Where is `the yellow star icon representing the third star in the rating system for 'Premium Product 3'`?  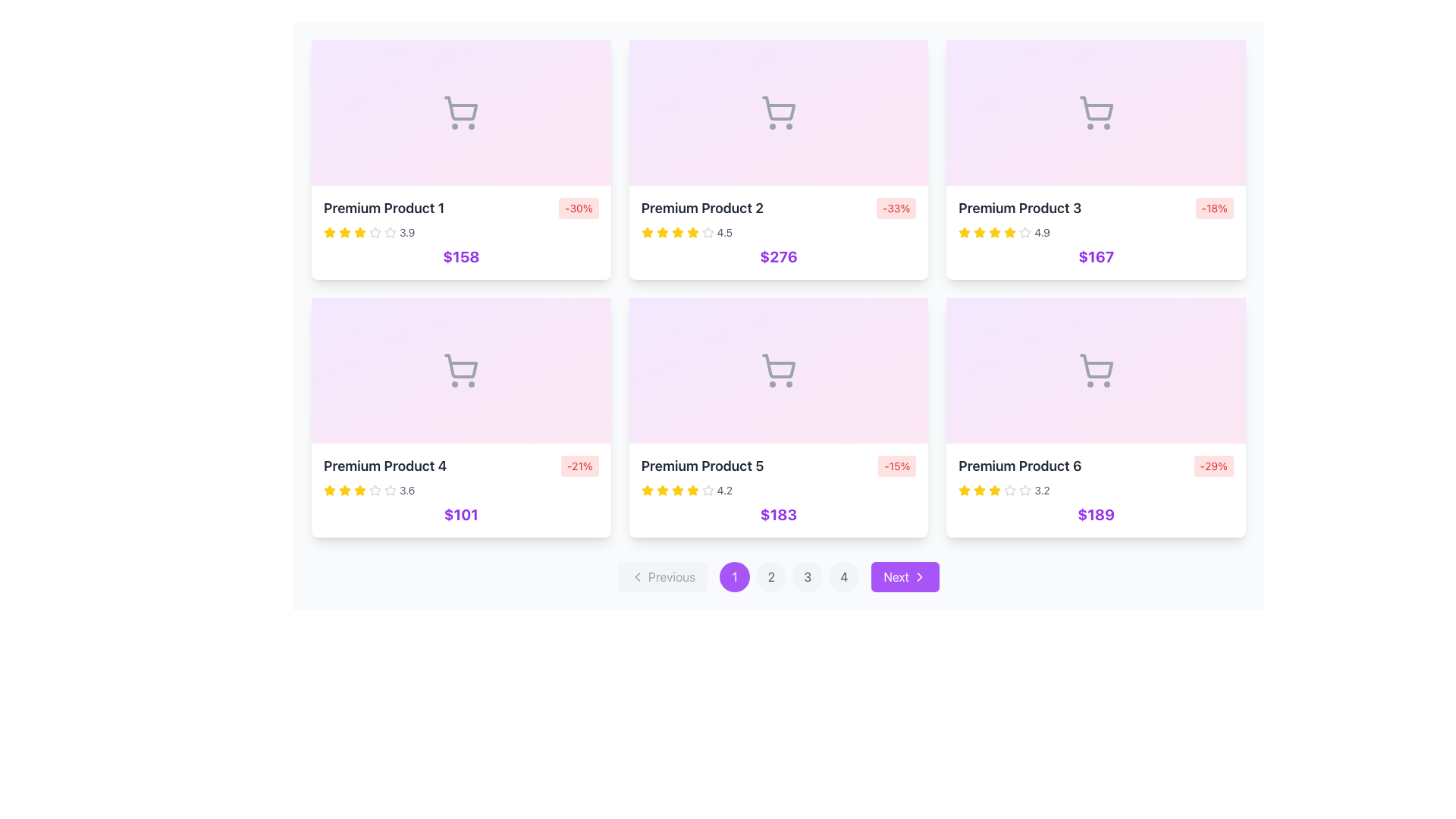 the yellow star icon representing the third star in the rating system for 'Premium Product 3' is located at coordinates (1010, 232).